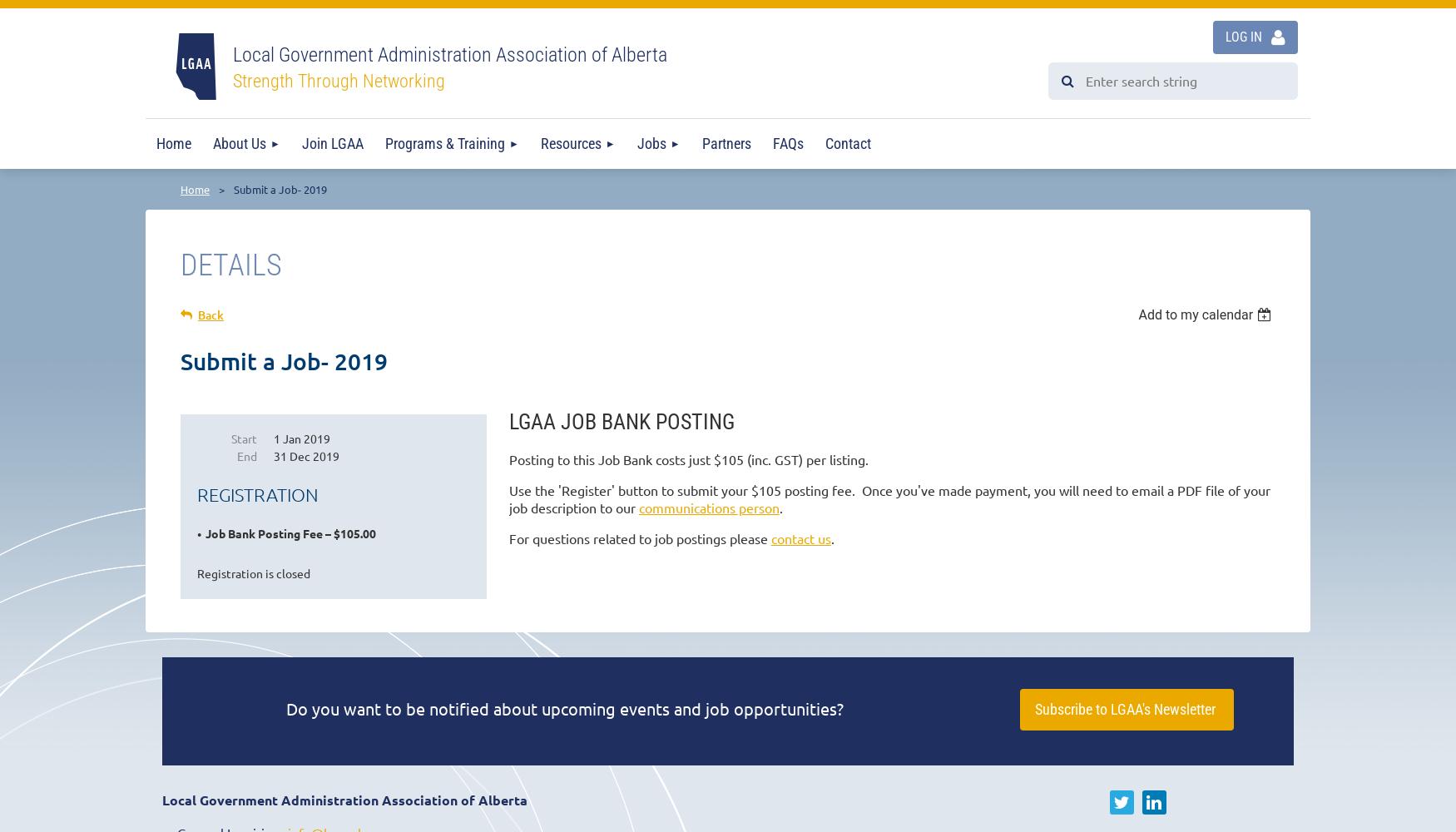 The height and width of the screenshot is (832, 1456). What do you see at coordinates (301, 438) in the screenshot?
I see `'1 Jan 2019'` at bounding box center [301, 438].